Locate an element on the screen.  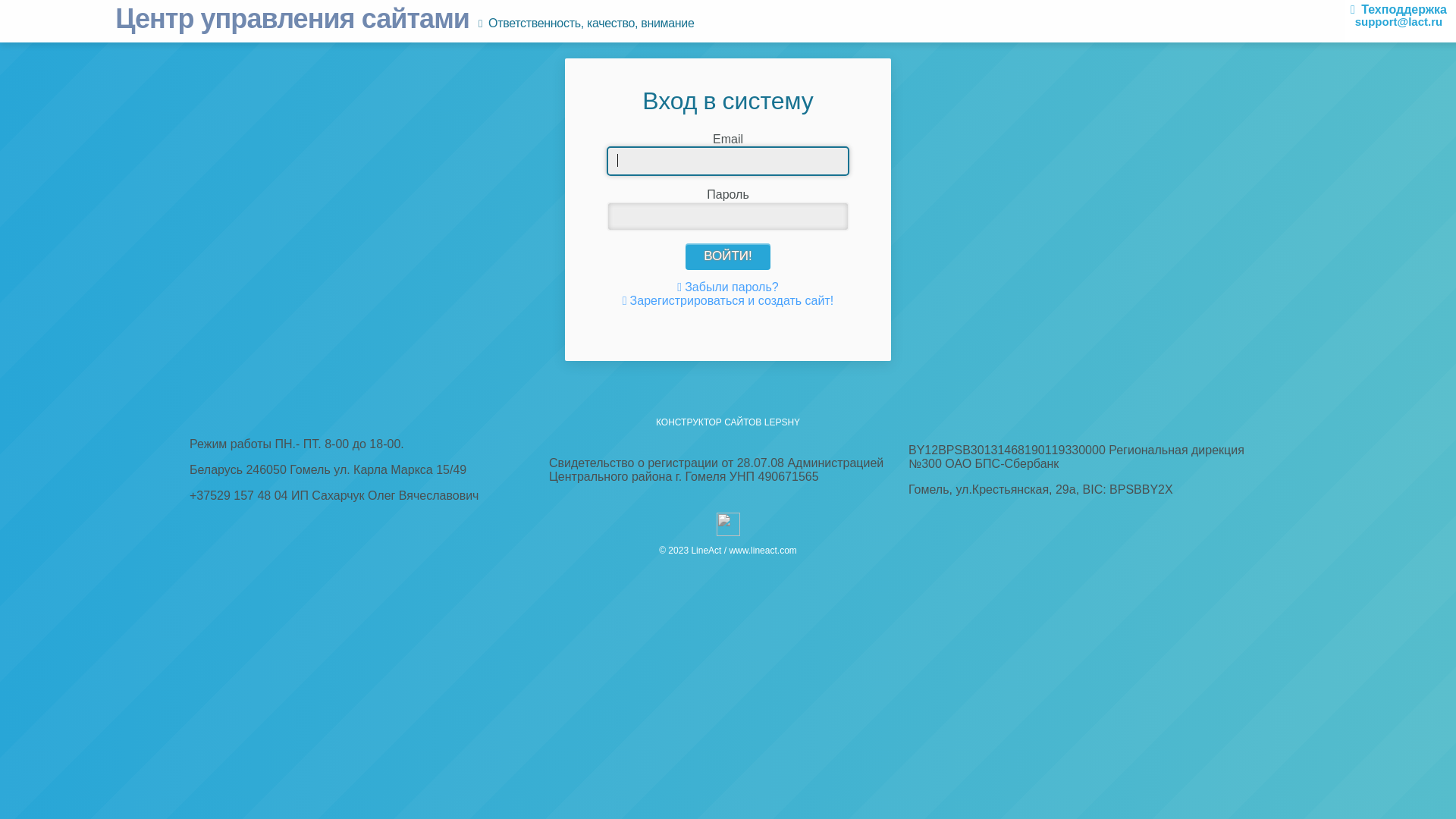
'LiveInternet' is located at coordinates (726, 523).